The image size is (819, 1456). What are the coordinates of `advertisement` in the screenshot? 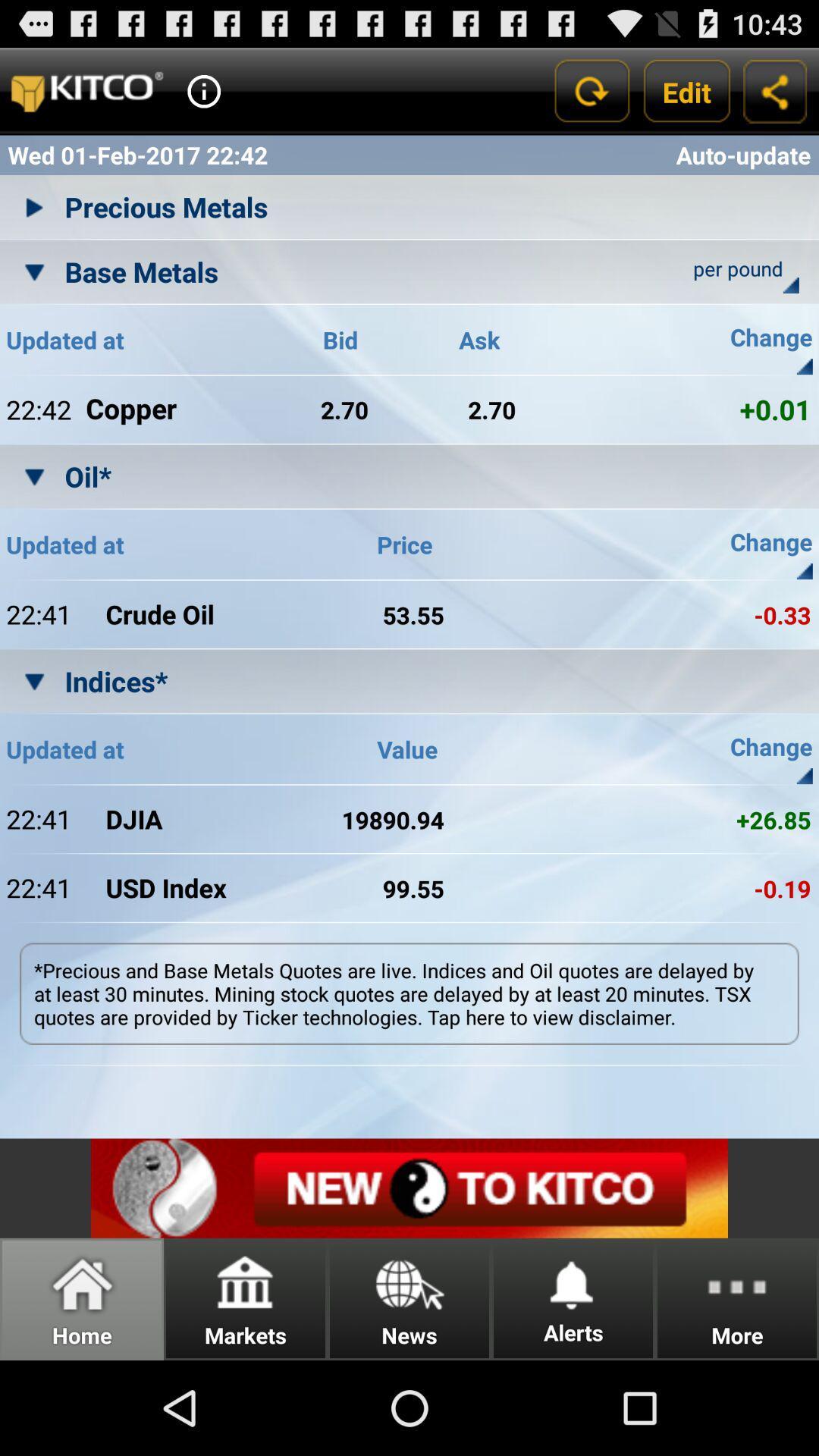 It's located at (409, 1188).